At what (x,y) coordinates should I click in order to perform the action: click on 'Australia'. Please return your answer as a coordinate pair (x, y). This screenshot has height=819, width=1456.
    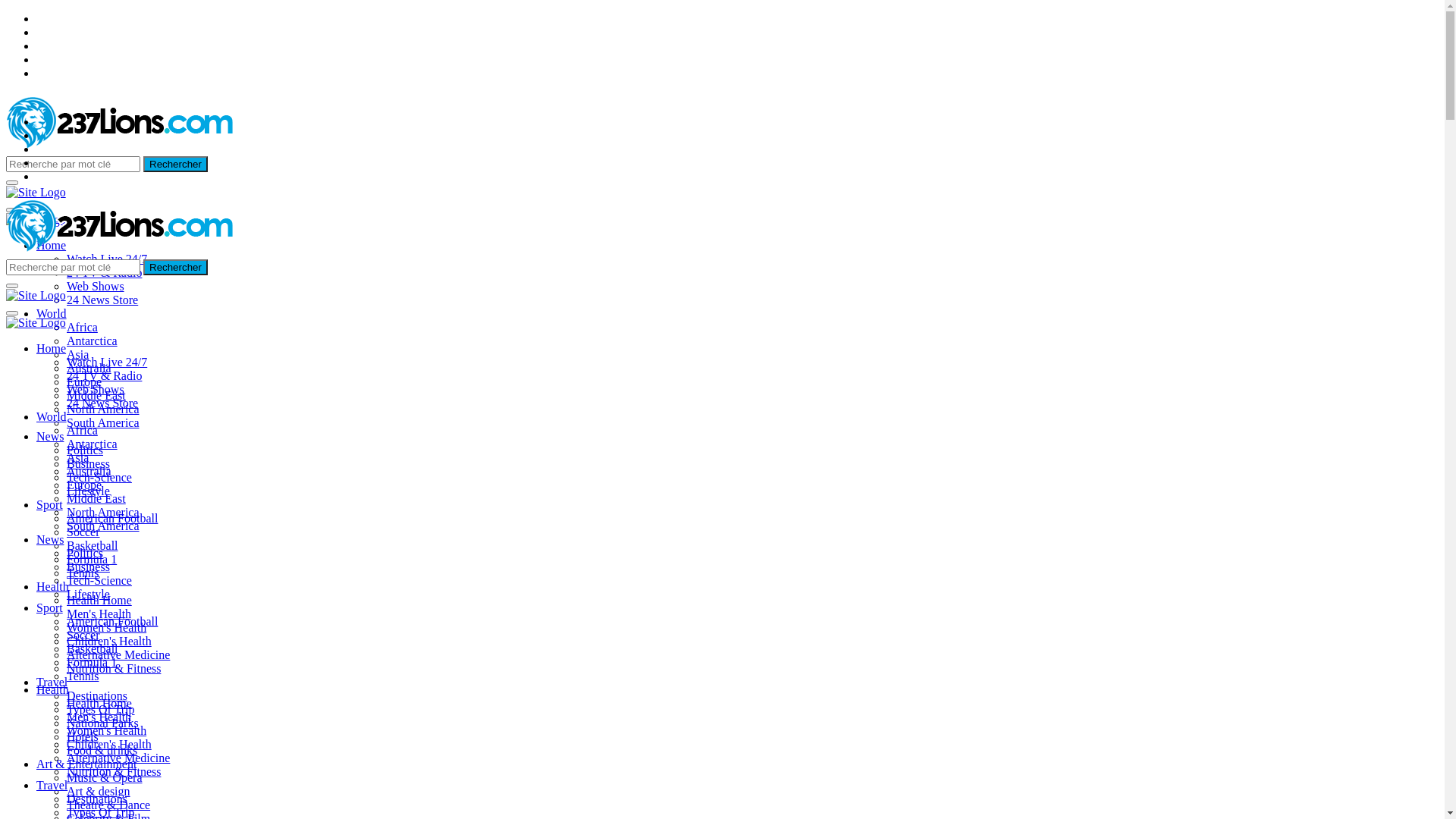
    Looking at the image, I should click on (88, 470).